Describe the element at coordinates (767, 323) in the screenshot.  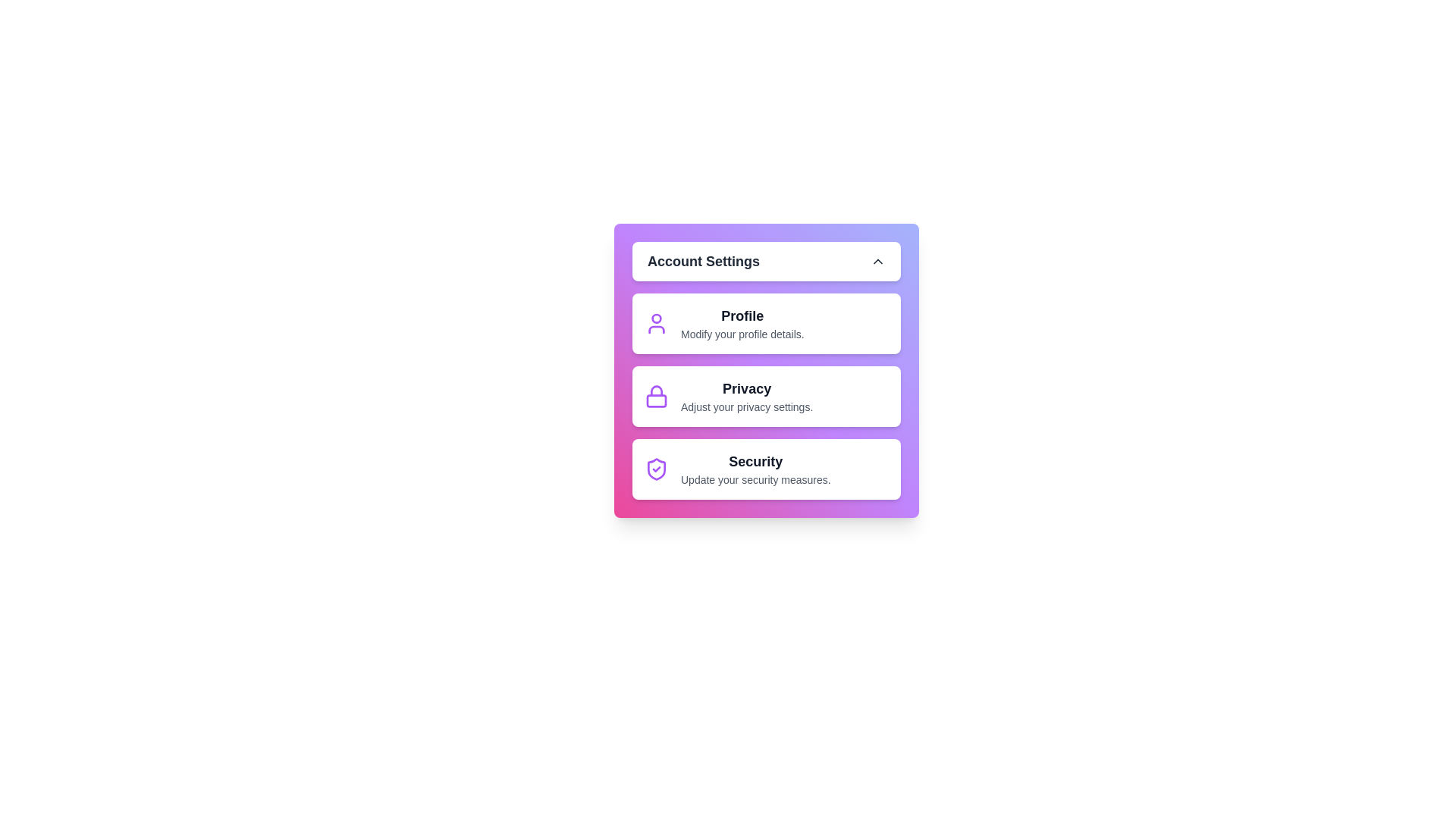
I see `the 'Profile' item to access profile settings` at that location.